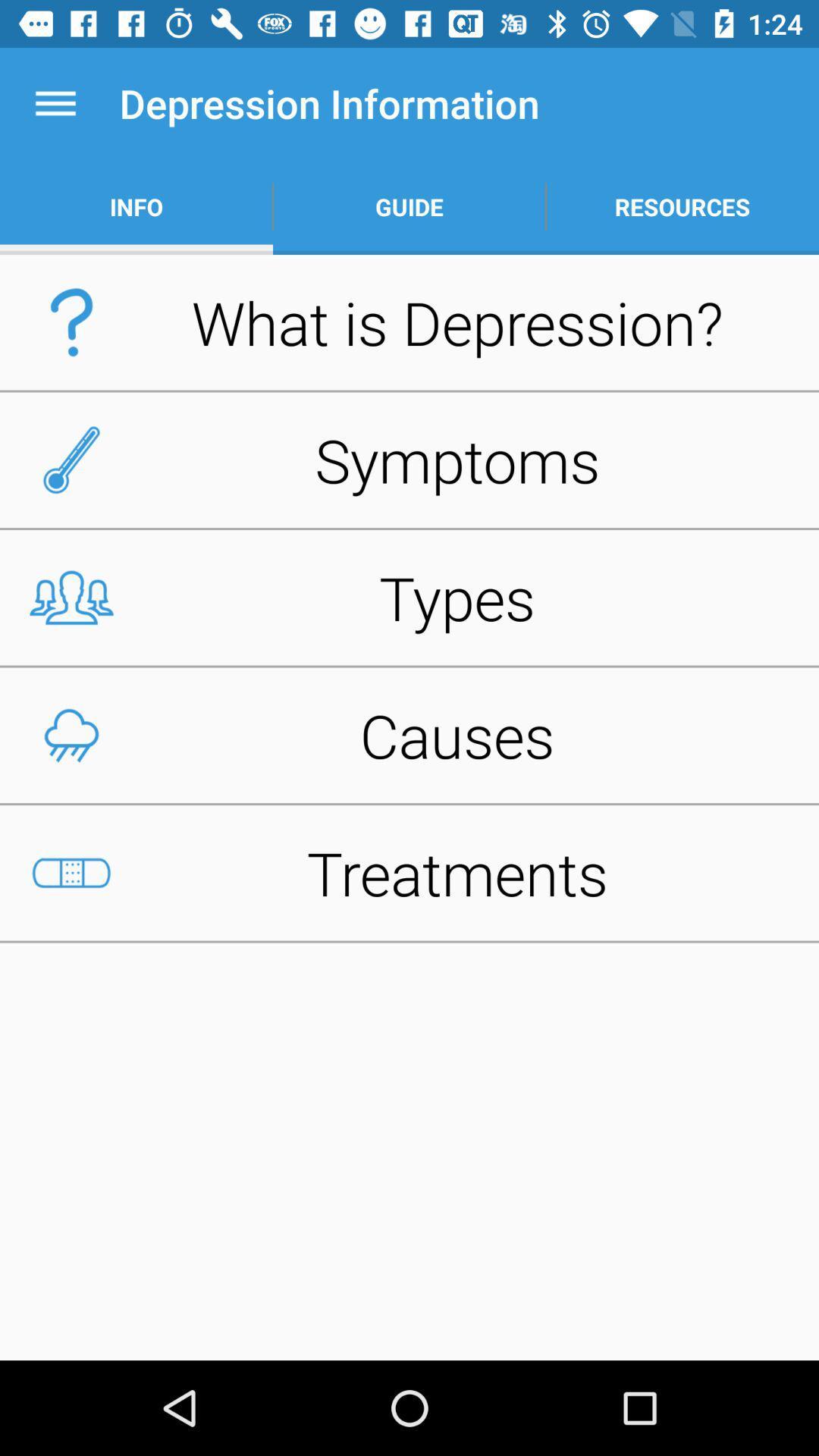  Describe the element at coordinates (681, 206) in the screenshot. I see `app at the top right corner` at that location.